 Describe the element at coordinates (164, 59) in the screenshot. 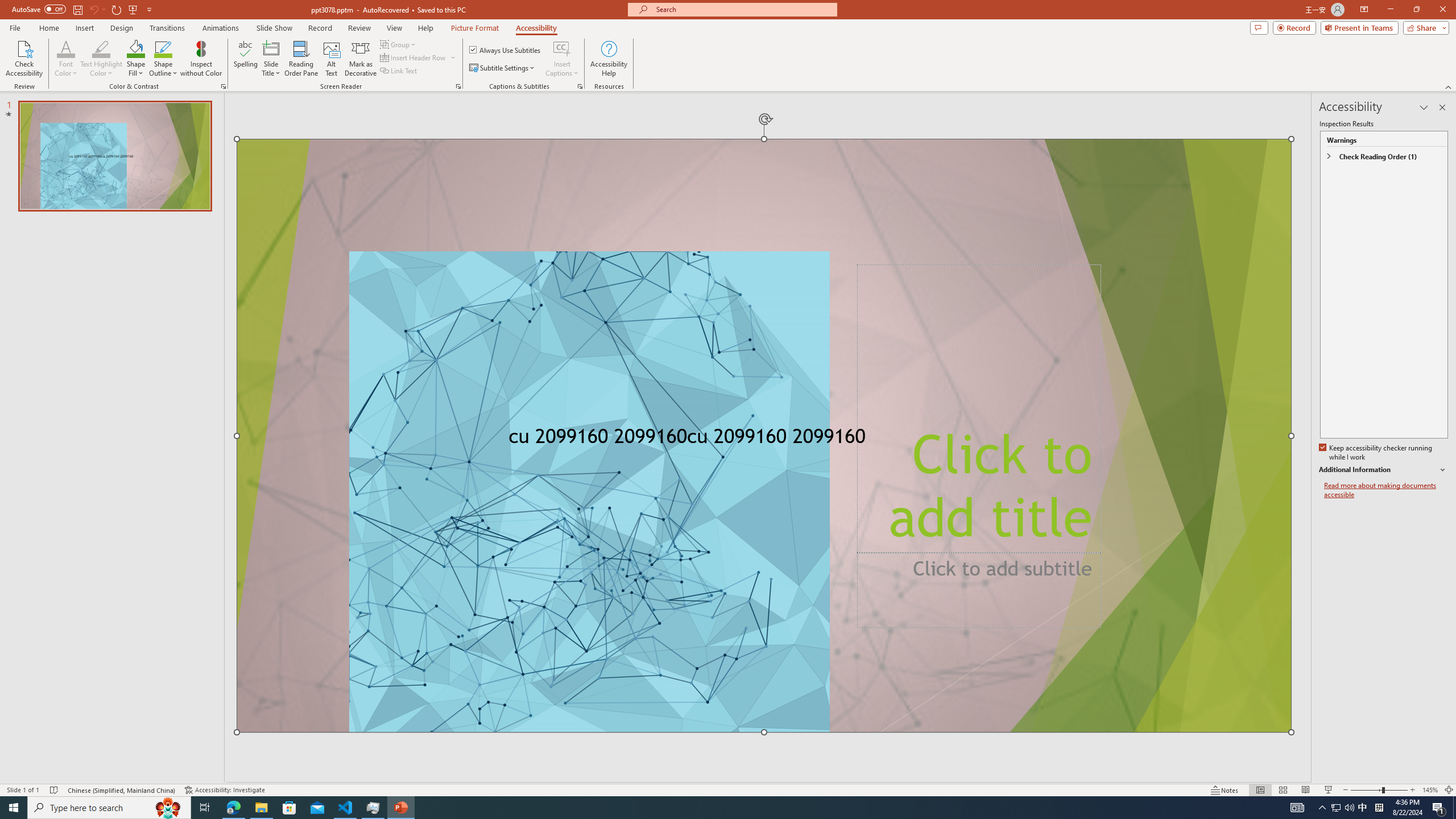

I see `'Shape Outline'` at that location.